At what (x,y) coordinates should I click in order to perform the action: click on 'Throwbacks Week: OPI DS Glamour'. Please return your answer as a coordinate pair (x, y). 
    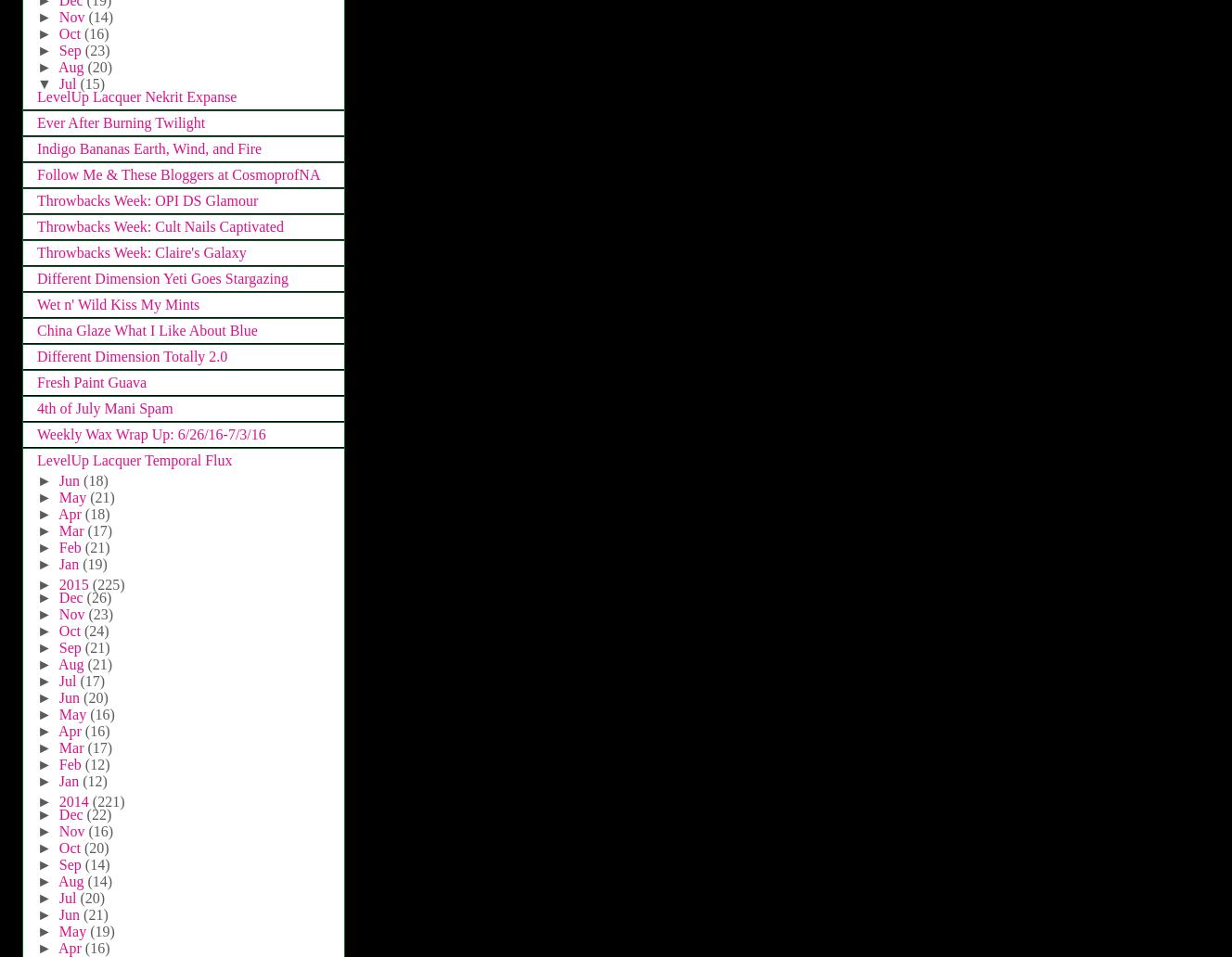
    Looking at the image, I should click on (146, 199).